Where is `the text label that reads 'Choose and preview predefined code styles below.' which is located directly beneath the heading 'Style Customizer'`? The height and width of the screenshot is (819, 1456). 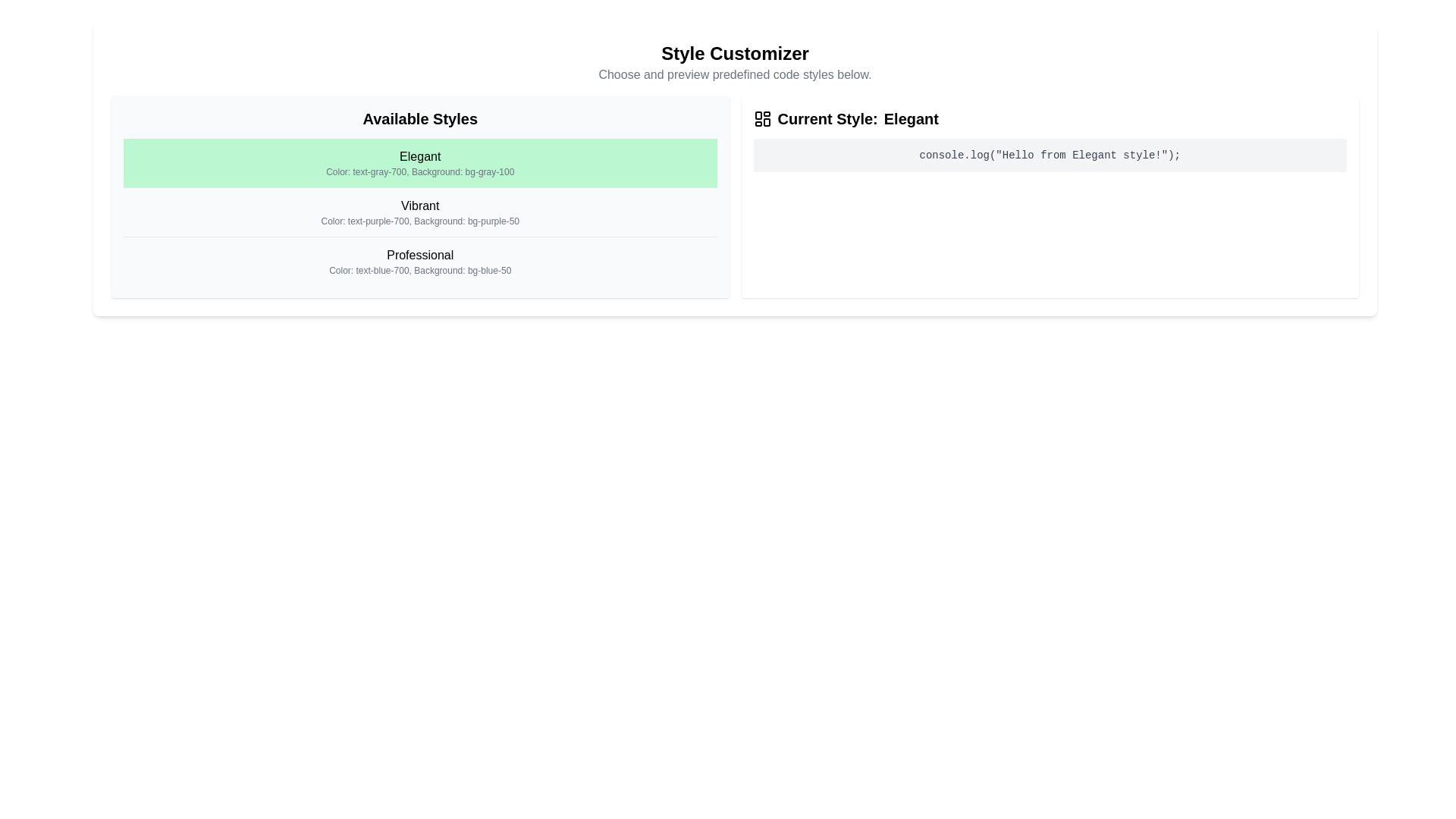 the text label that reads 'Choose and preview predefined code styles below.' which is located directly beneath the heading 'Style Customizer' is located at coordinates (735, 75).